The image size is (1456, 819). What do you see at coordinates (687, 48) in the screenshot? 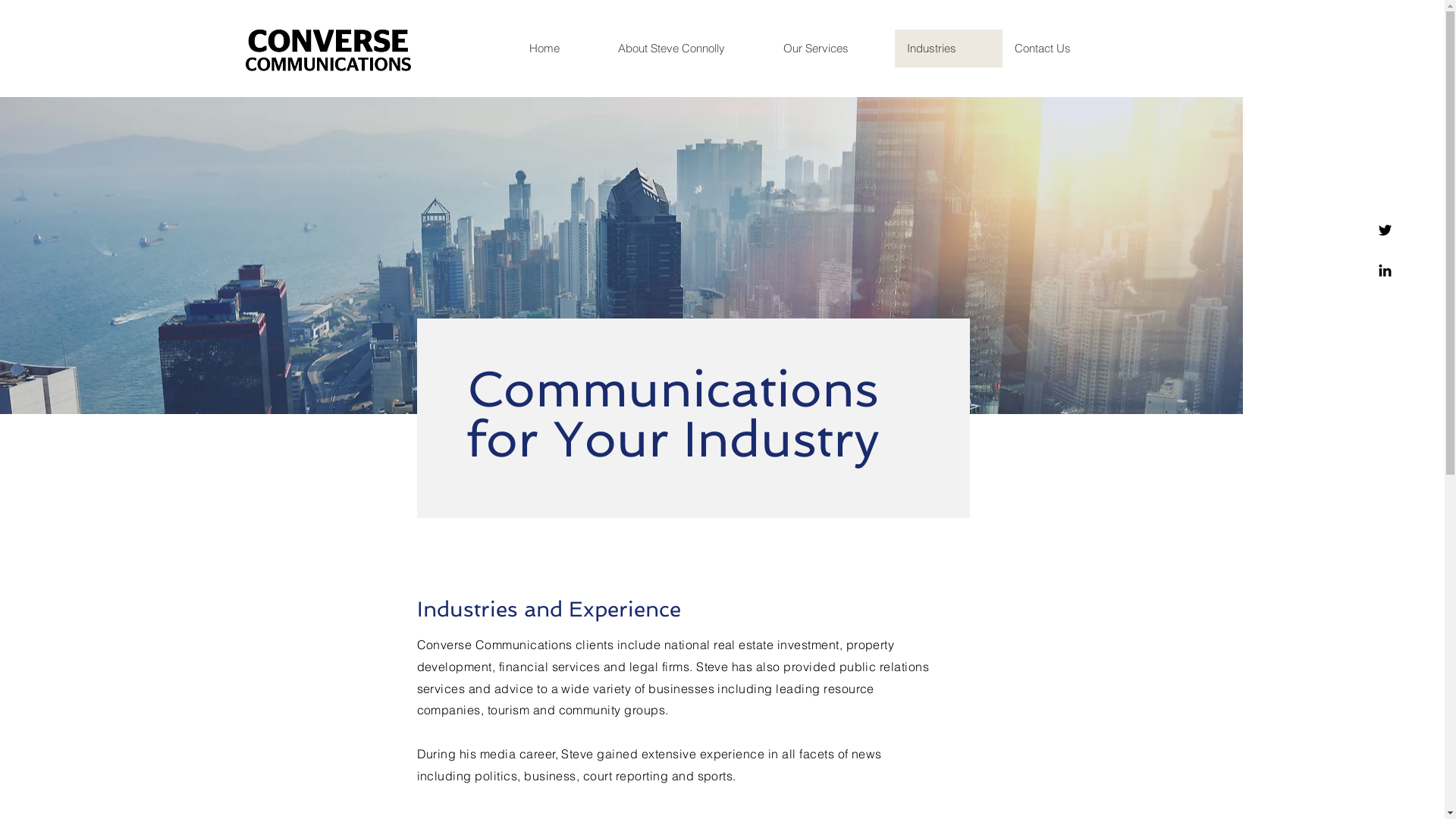
I see `'About Steve Connolly'` at bounding box center [687, 48].